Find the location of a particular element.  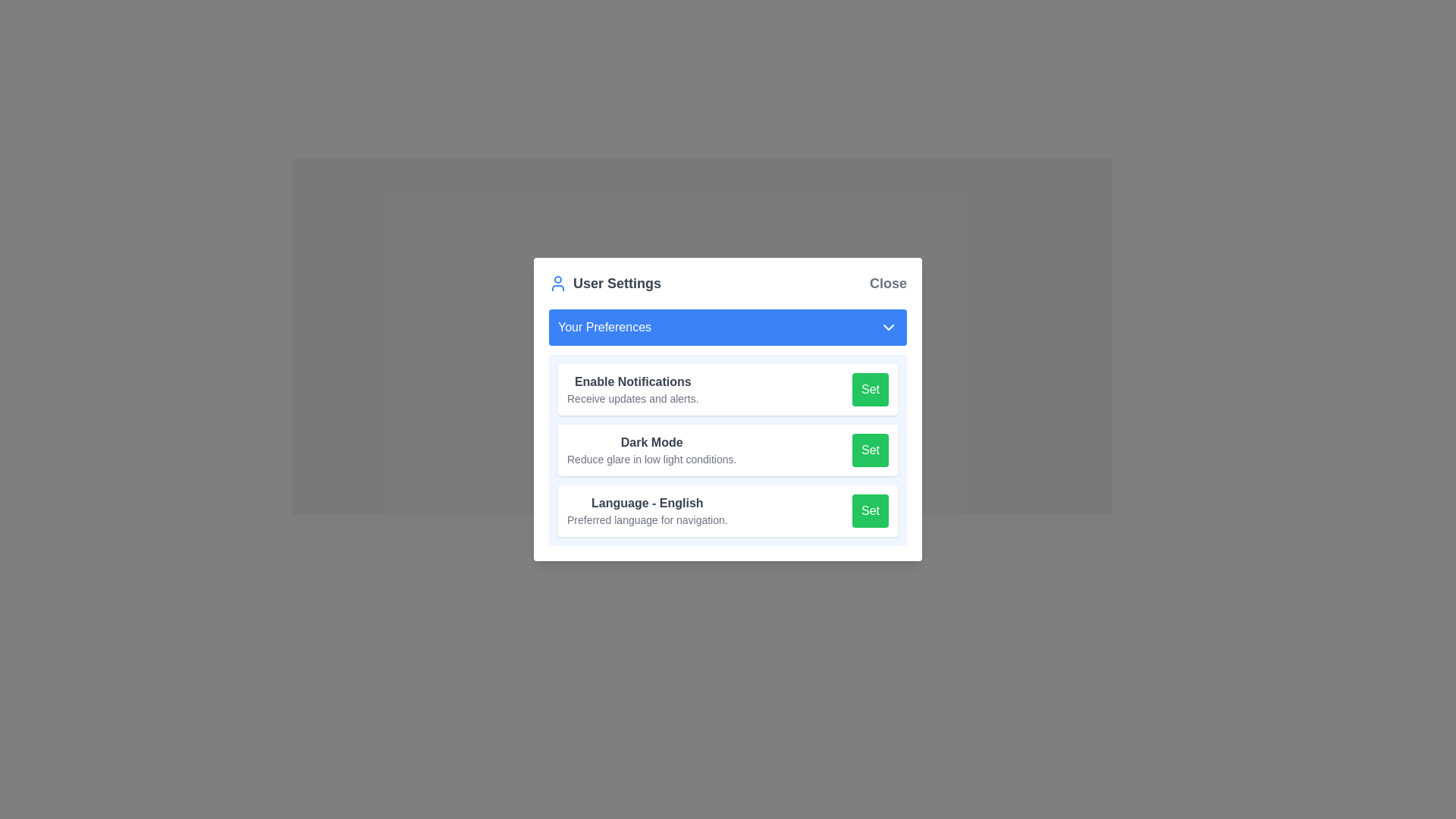

the first green button labeled 'Enable Notifications' is located at coordinates (870, 388).